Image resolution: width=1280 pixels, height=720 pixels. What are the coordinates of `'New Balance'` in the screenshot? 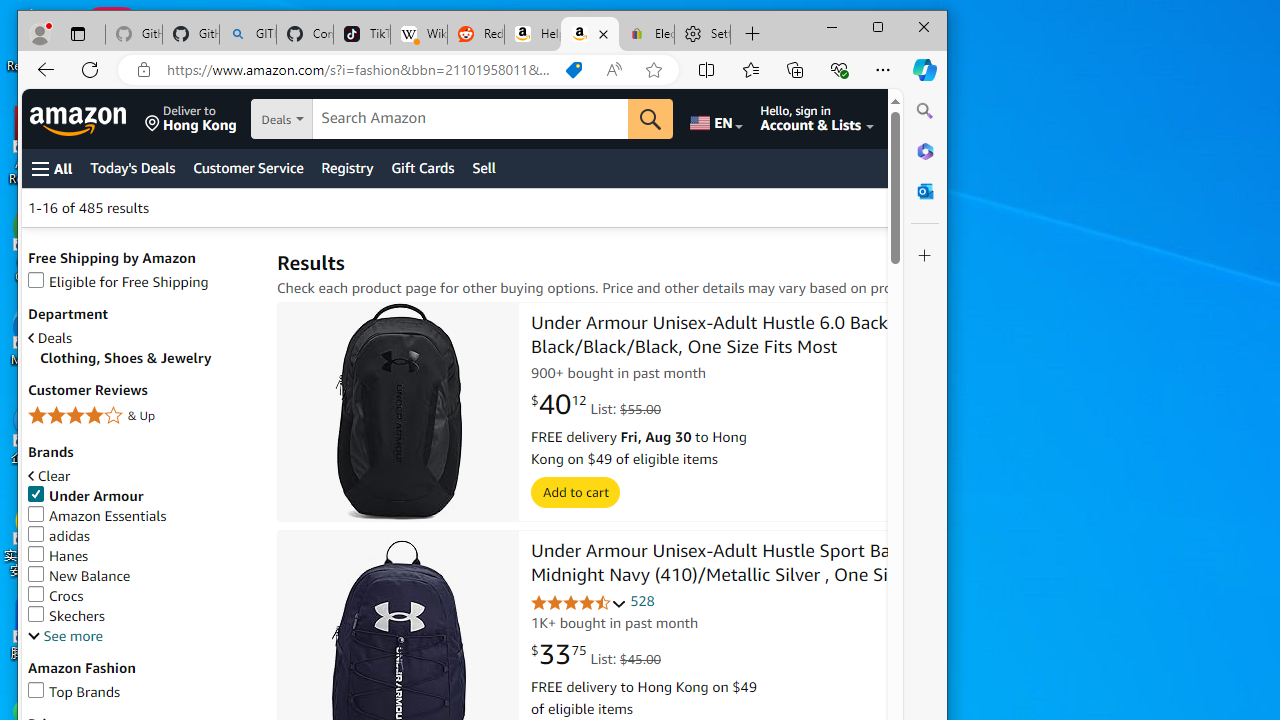 It's located at (141, 576).